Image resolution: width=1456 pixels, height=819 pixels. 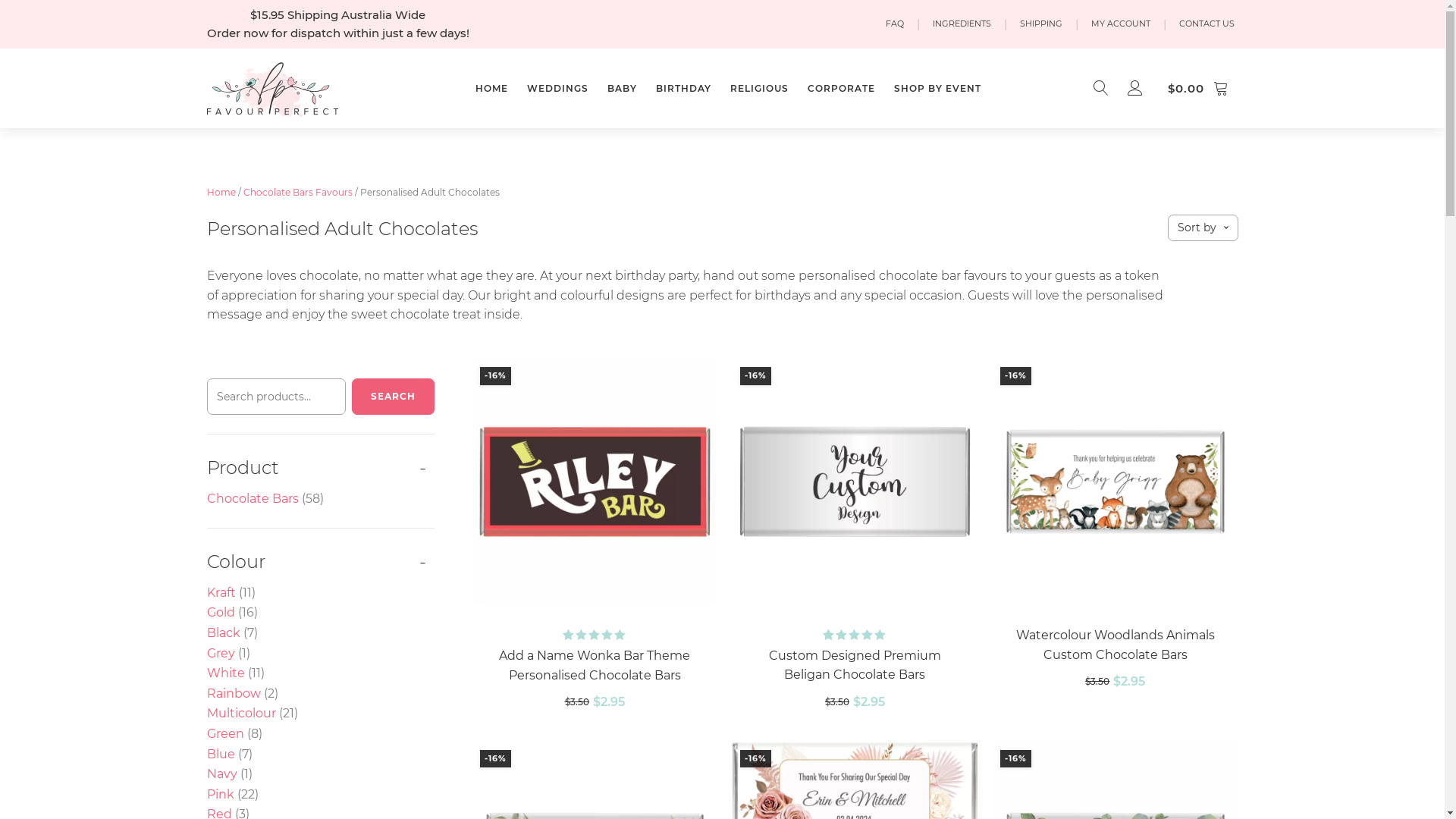 What do you see at coordinates (252, 498) in the screenshot?
I see `'Chocolate Bars'` at bounding box center [252, 498].